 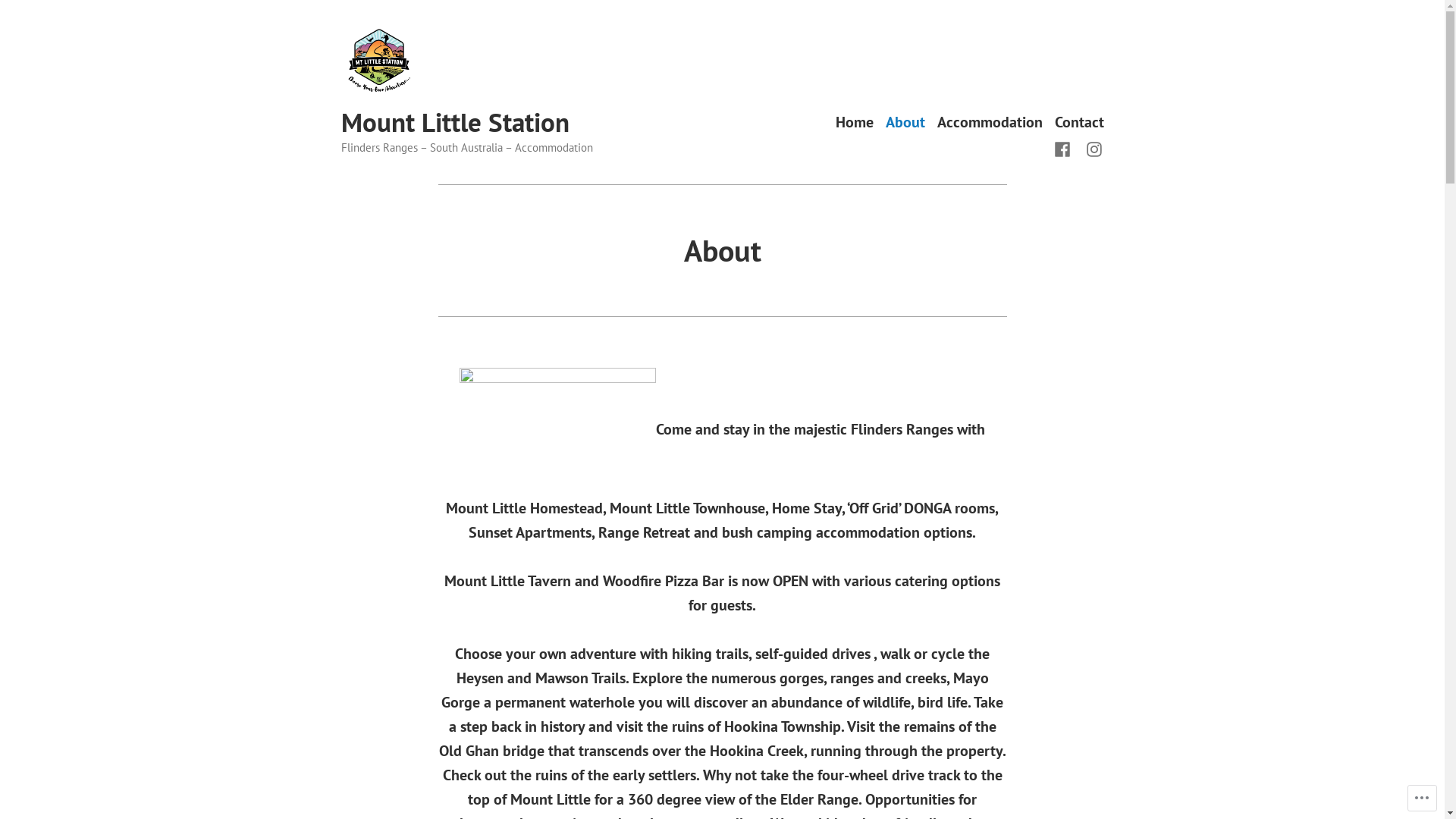 What do you see at coordinates (905, 121) in the screenshot?
I see `'About'` at bounding box center [905, 121].